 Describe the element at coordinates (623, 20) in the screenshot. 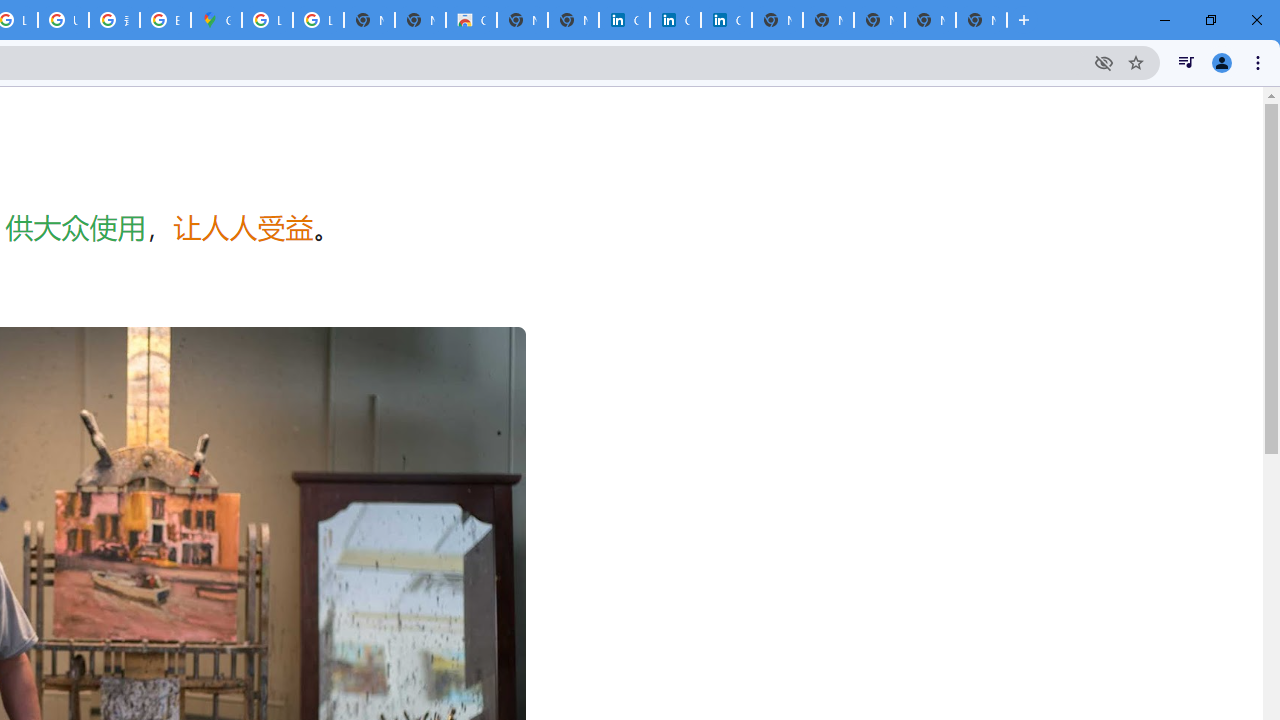

I see `'Cookie Policy | LinkedIn'` at that location.